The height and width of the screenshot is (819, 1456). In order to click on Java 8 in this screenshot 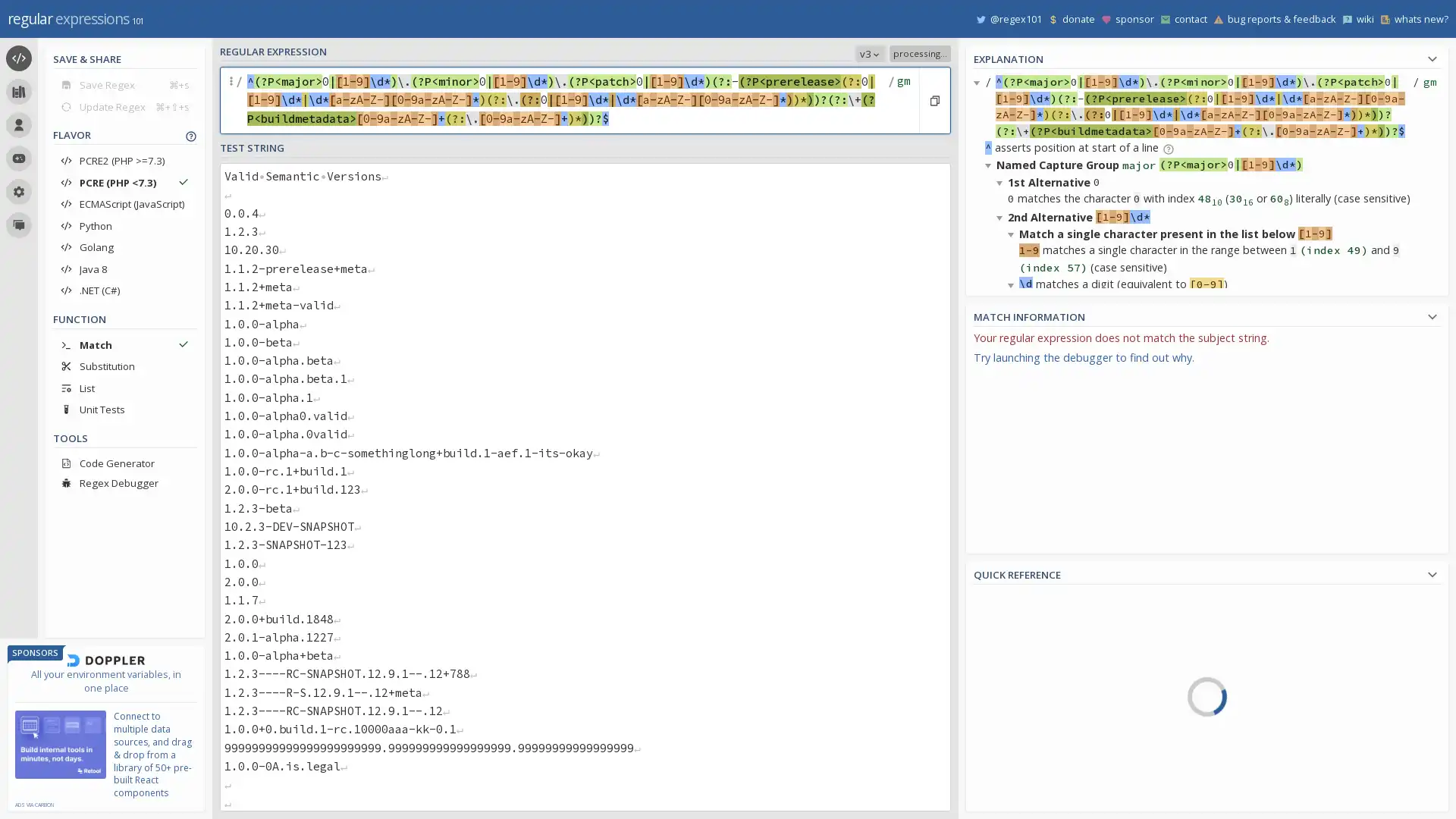, I will do `click(124, 268)`.